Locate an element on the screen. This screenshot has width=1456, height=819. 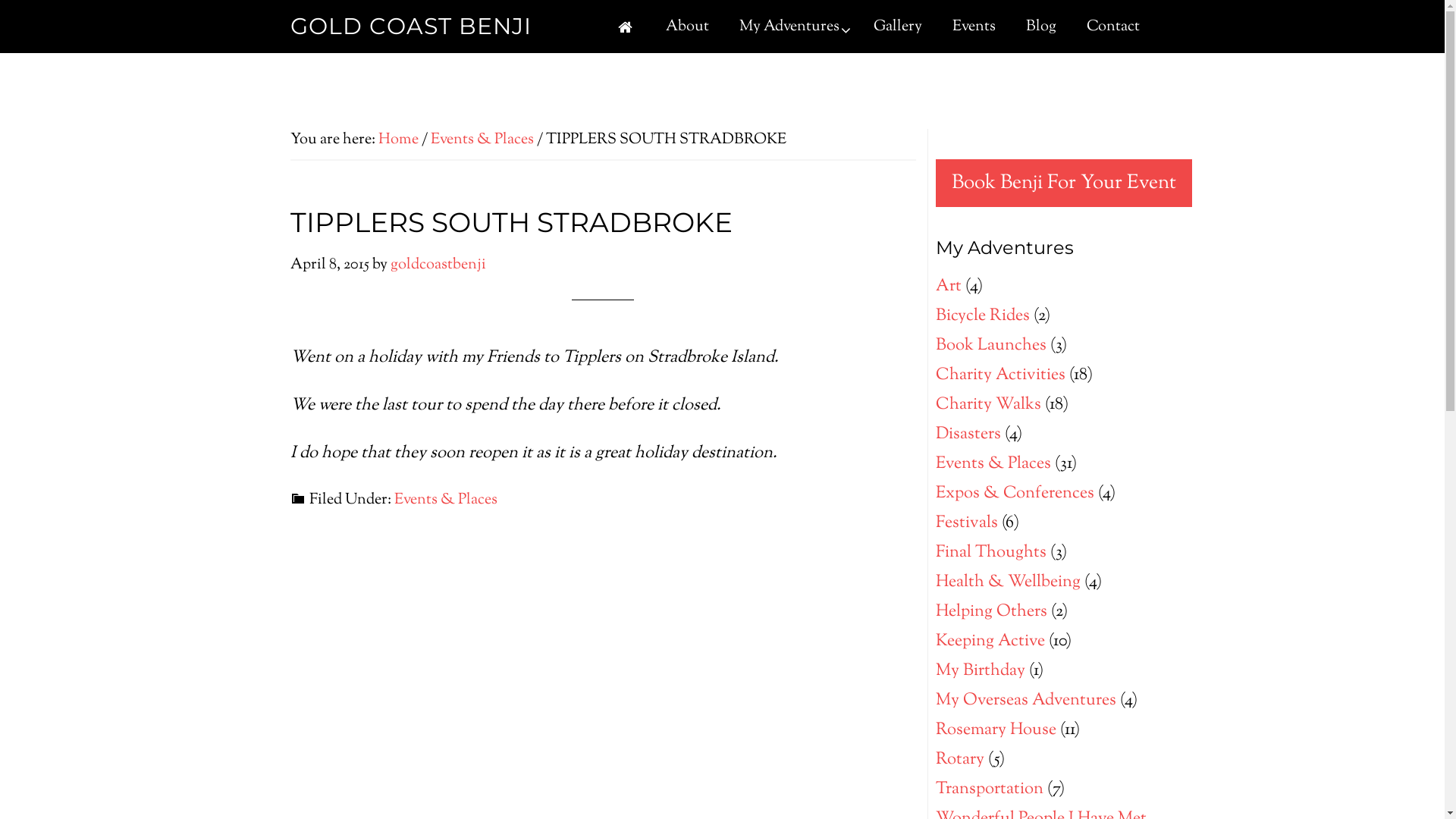
'Keeping Active' is located at coordinates (990, 641).